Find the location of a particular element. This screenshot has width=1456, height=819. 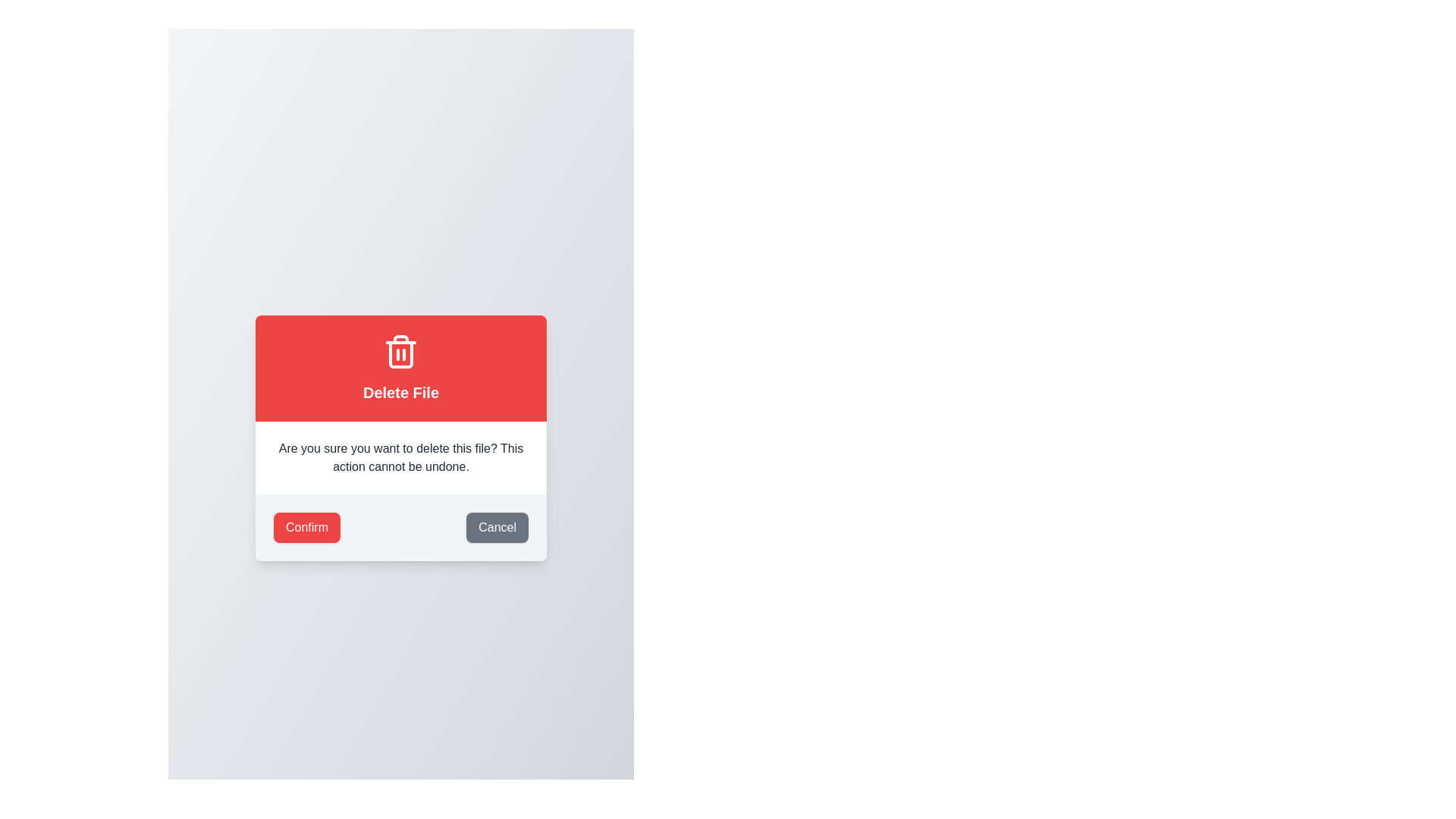

the text label that asks 'Are you sure you want to delete this file? This action cannot be undone.' located within the modal dialog box, positioned centrally below the title header 'Delete File' is located at coordinates (400, 457).